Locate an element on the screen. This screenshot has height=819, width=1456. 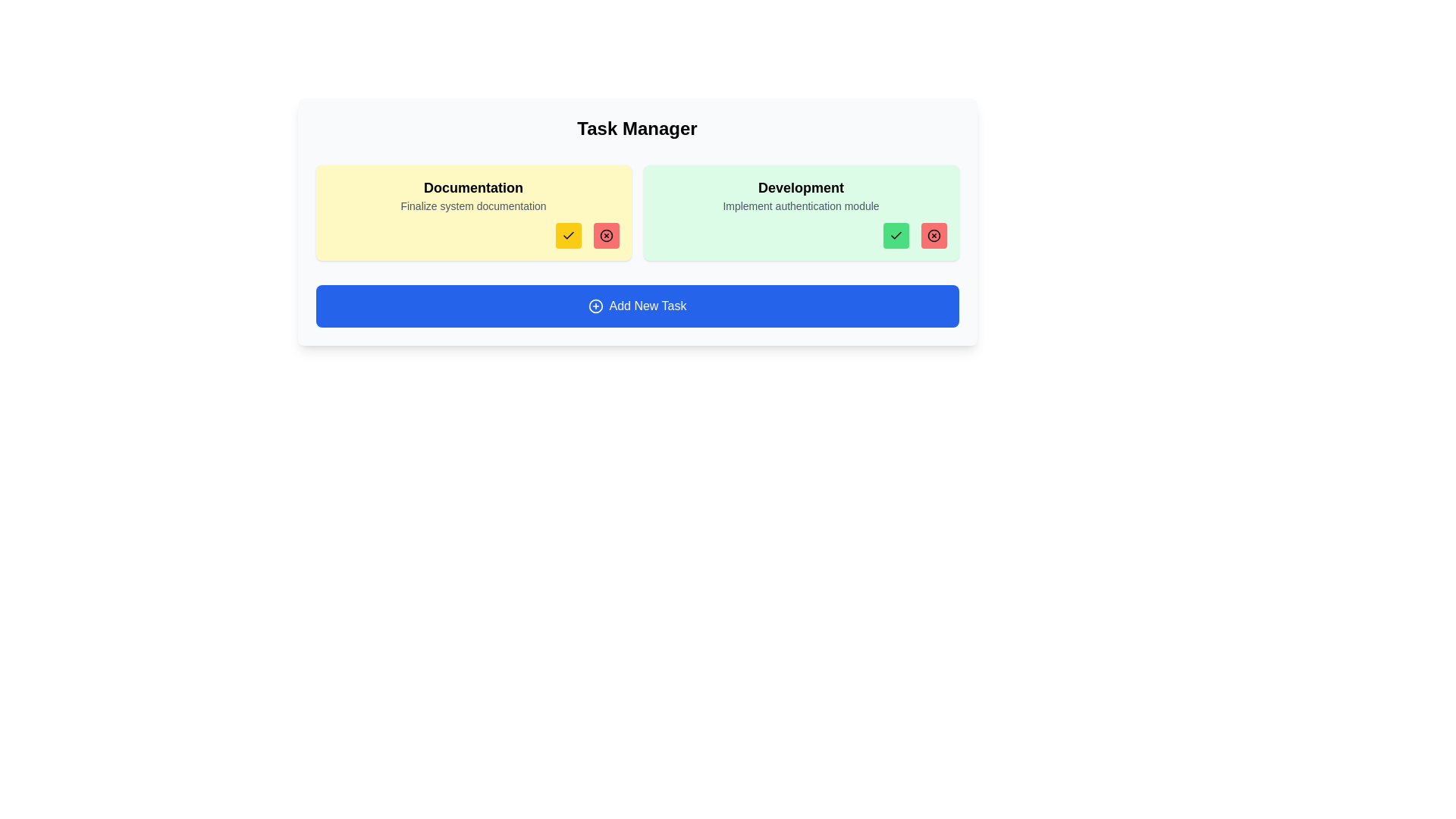
the circular icon with a plus sign located to the left of the 'Add New Task' button text as a visual indicator is located at coordinates (595, 306).